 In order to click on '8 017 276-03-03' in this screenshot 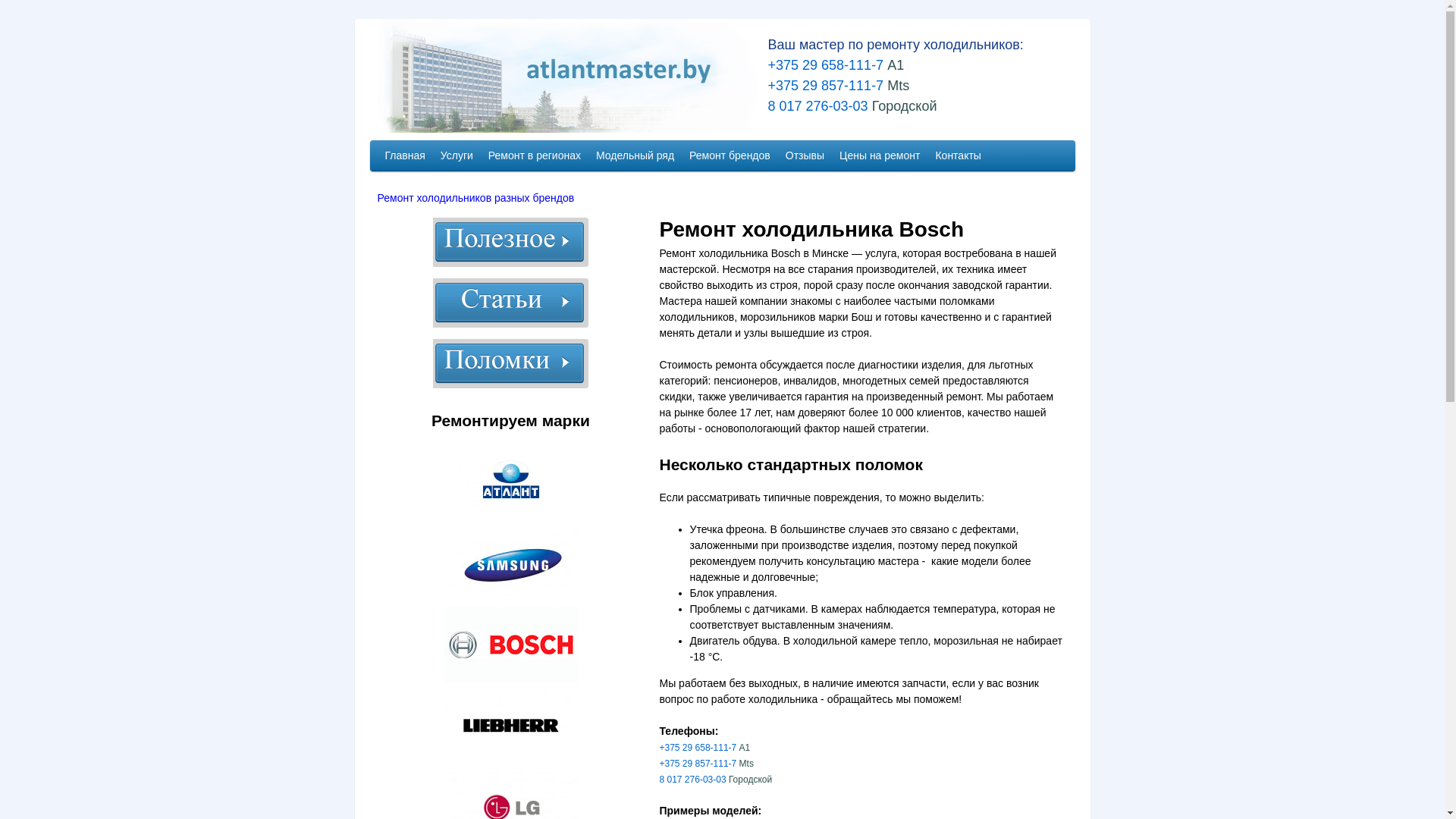, I will do `click(692, 780)`.